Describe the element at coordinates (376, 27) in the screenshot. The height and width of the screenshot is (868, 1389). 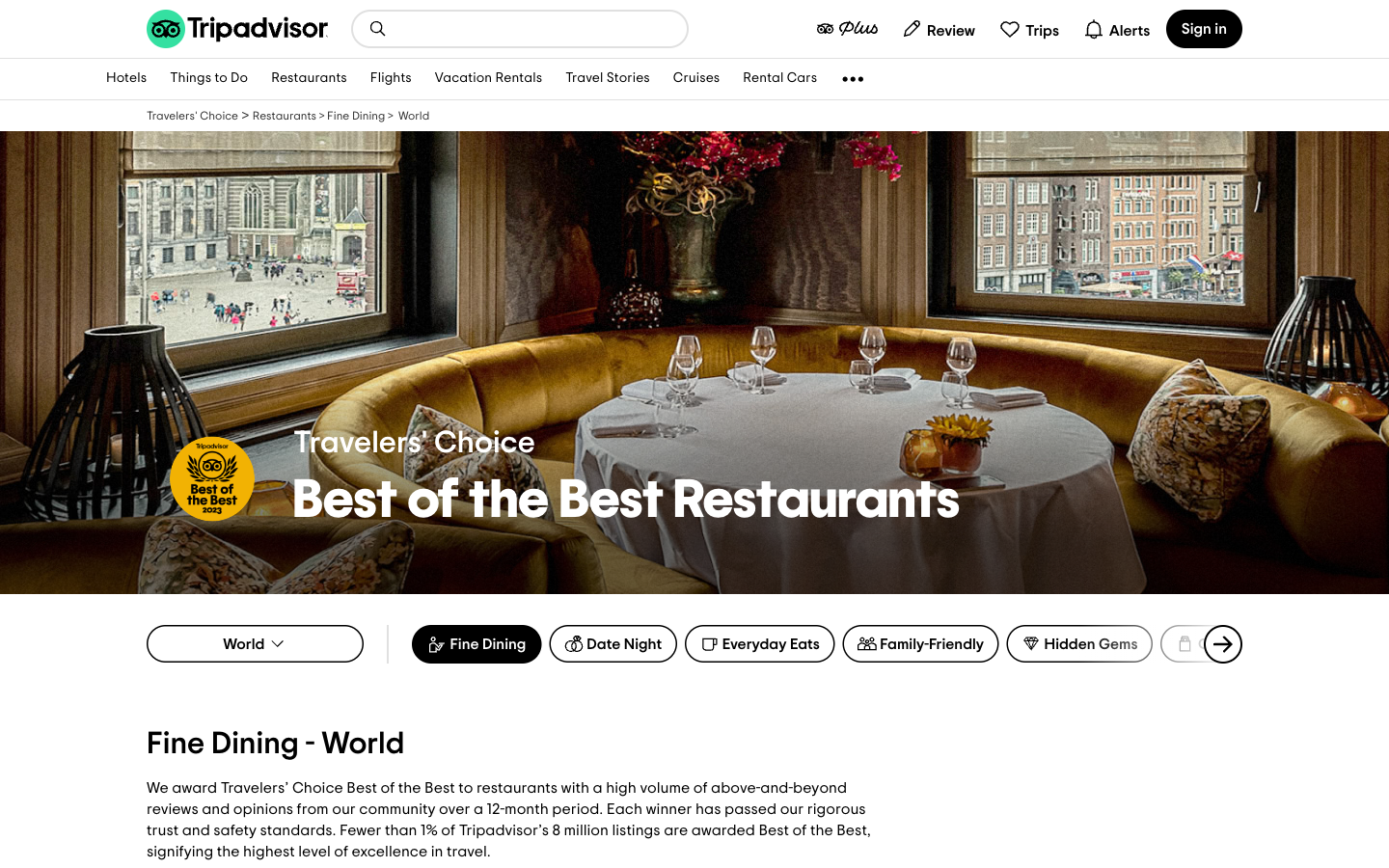
I see `Look up nearby lodgings` at that location.